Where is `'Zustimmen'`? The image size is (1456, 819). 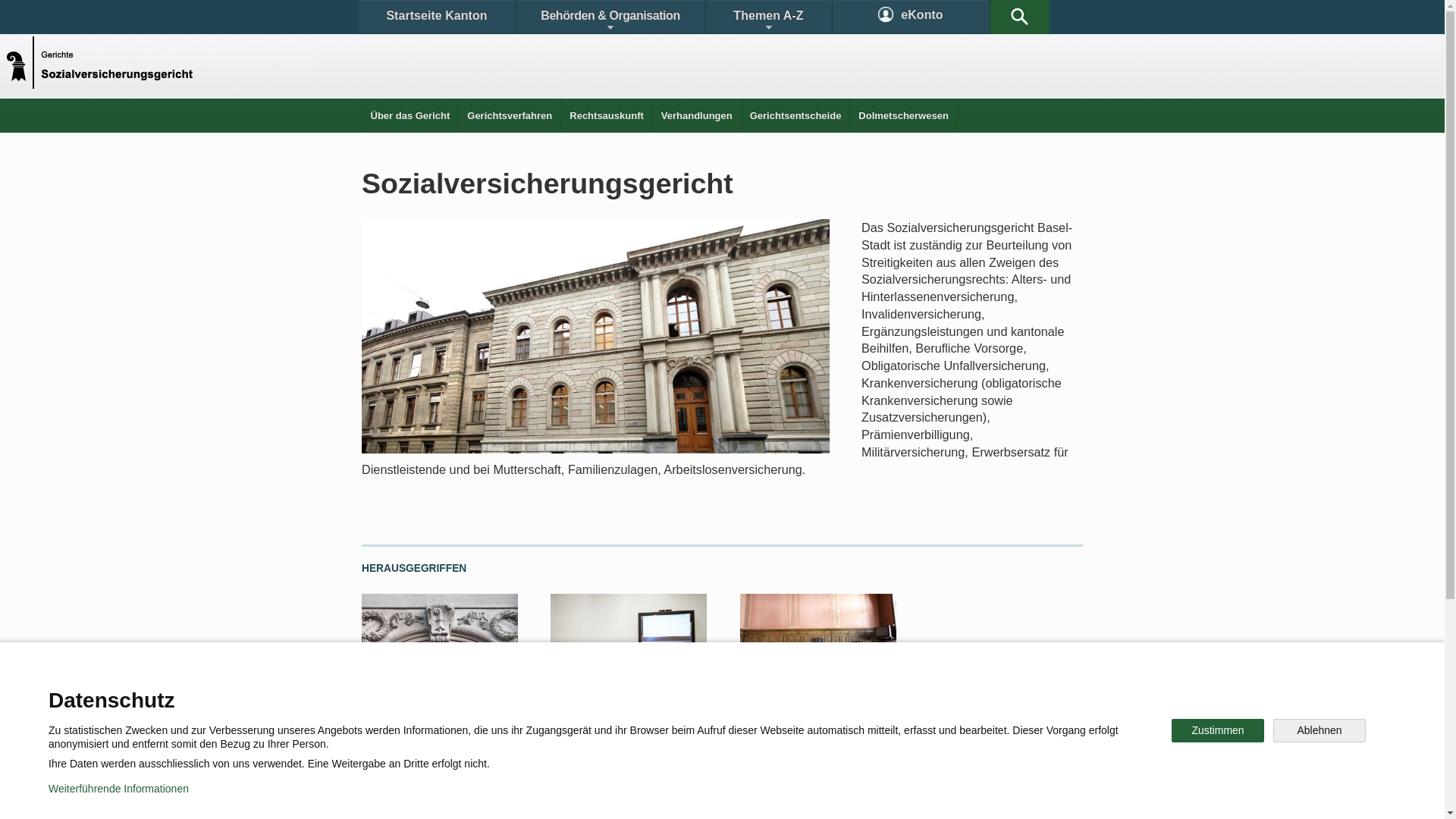 'Zustimmen' is located at coordinates (1218, 730).